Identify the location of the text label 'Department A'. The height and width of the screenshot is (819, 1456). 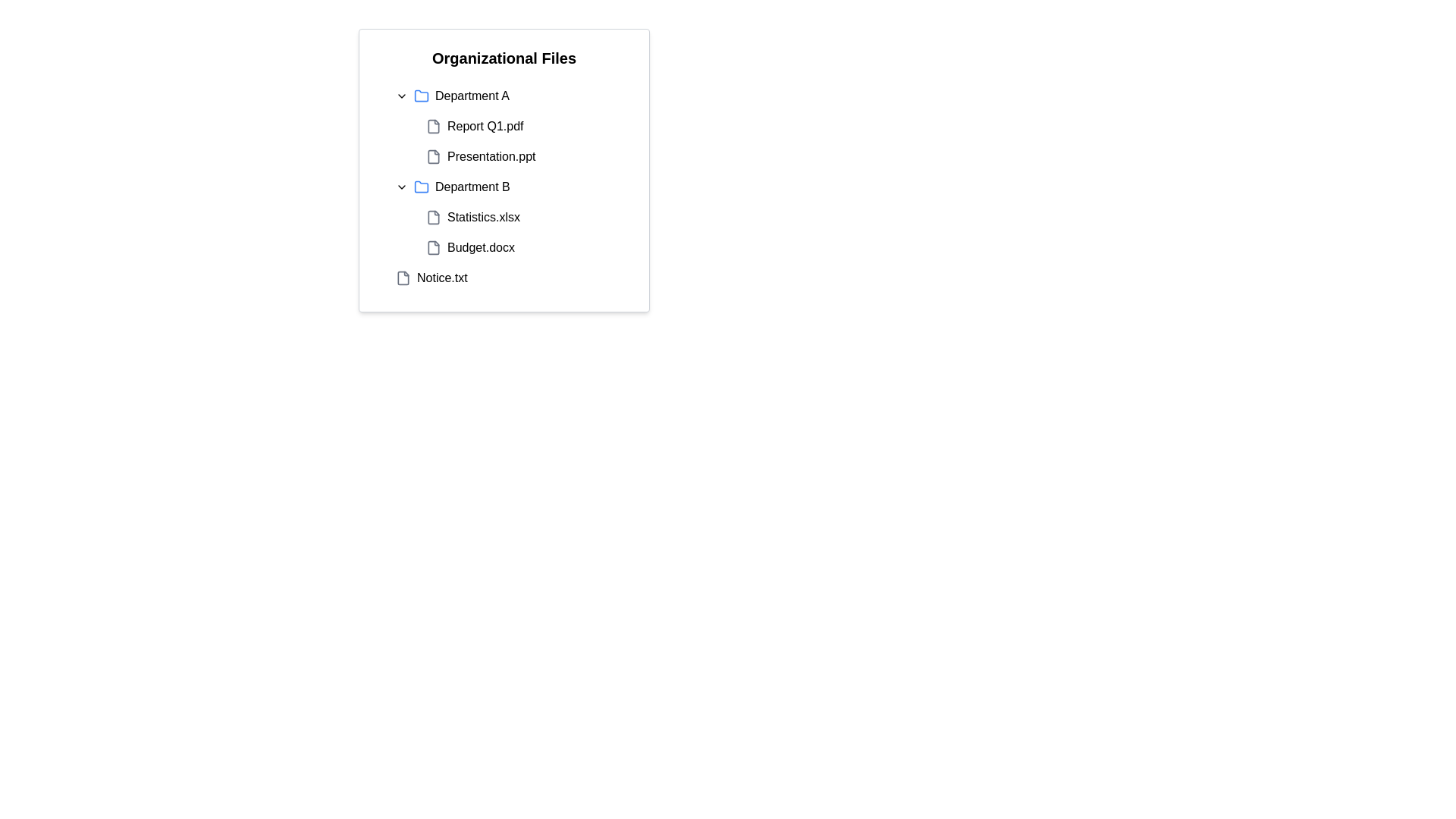
(471, 96).